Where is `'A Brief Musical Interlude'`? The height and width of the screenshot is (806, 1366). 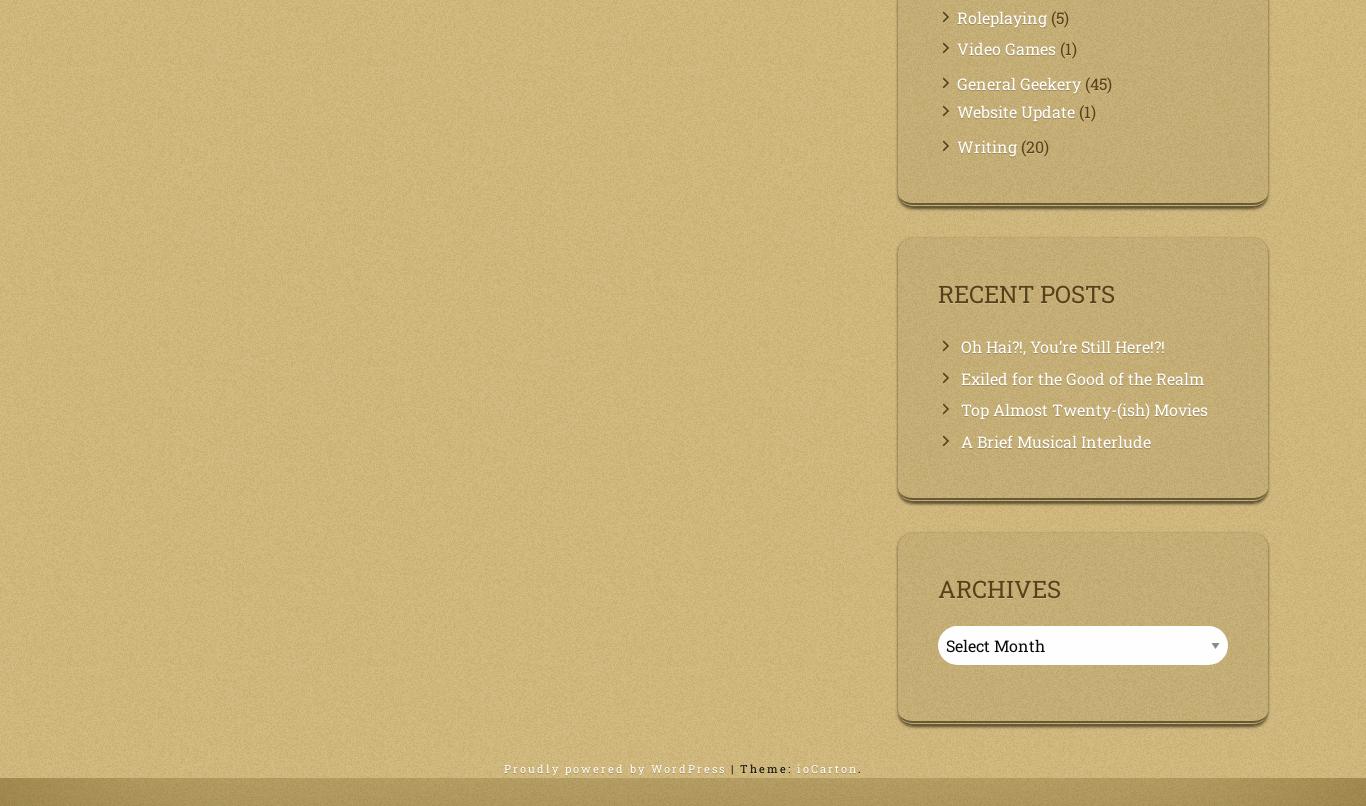 'A Brief Musical Interlude' is located at coordinates (960, 441).